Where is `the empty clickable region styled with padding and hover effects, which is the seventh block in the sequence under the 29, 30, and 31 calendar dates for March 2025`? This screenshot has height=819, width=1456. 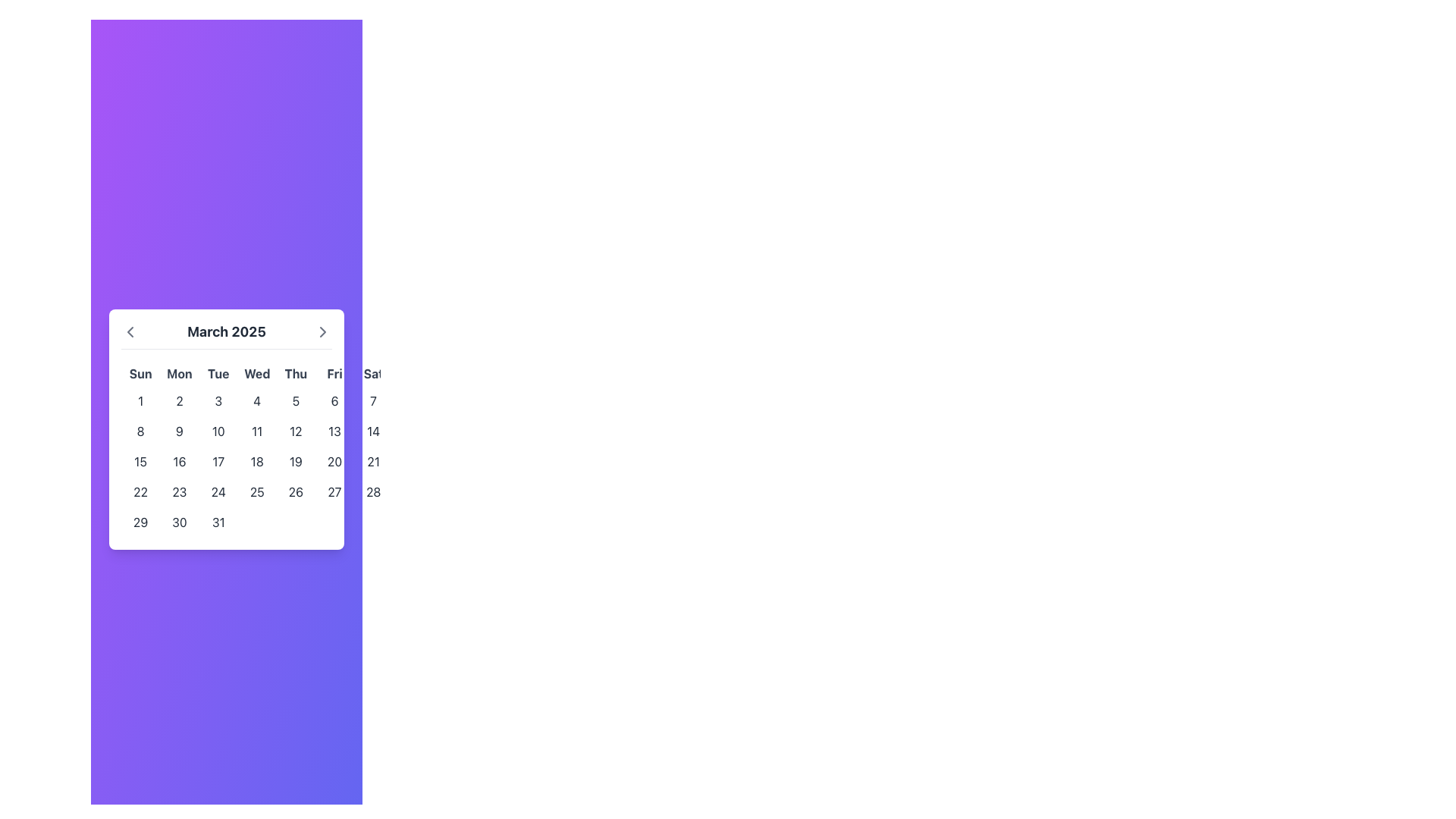
the empty clickable region styled with padding and hover effects, which is the seventh block in the sequence under the 29, 30, and 31 calendar dates for March 2025 is located at coordinates (373, 521).